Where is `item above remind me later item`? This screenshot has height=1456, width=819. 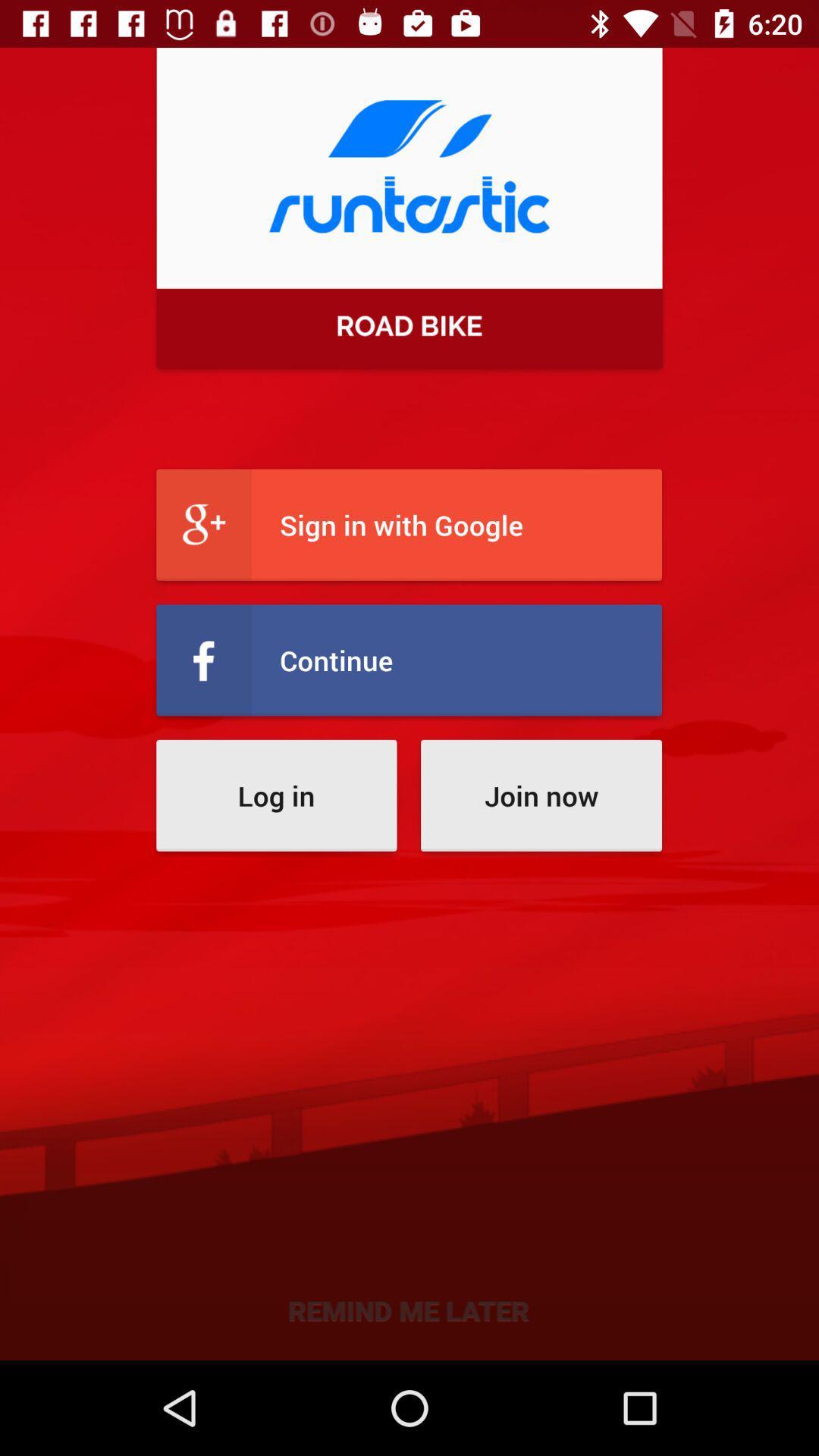
item above remind me later item is located at coordinates (276, 795).